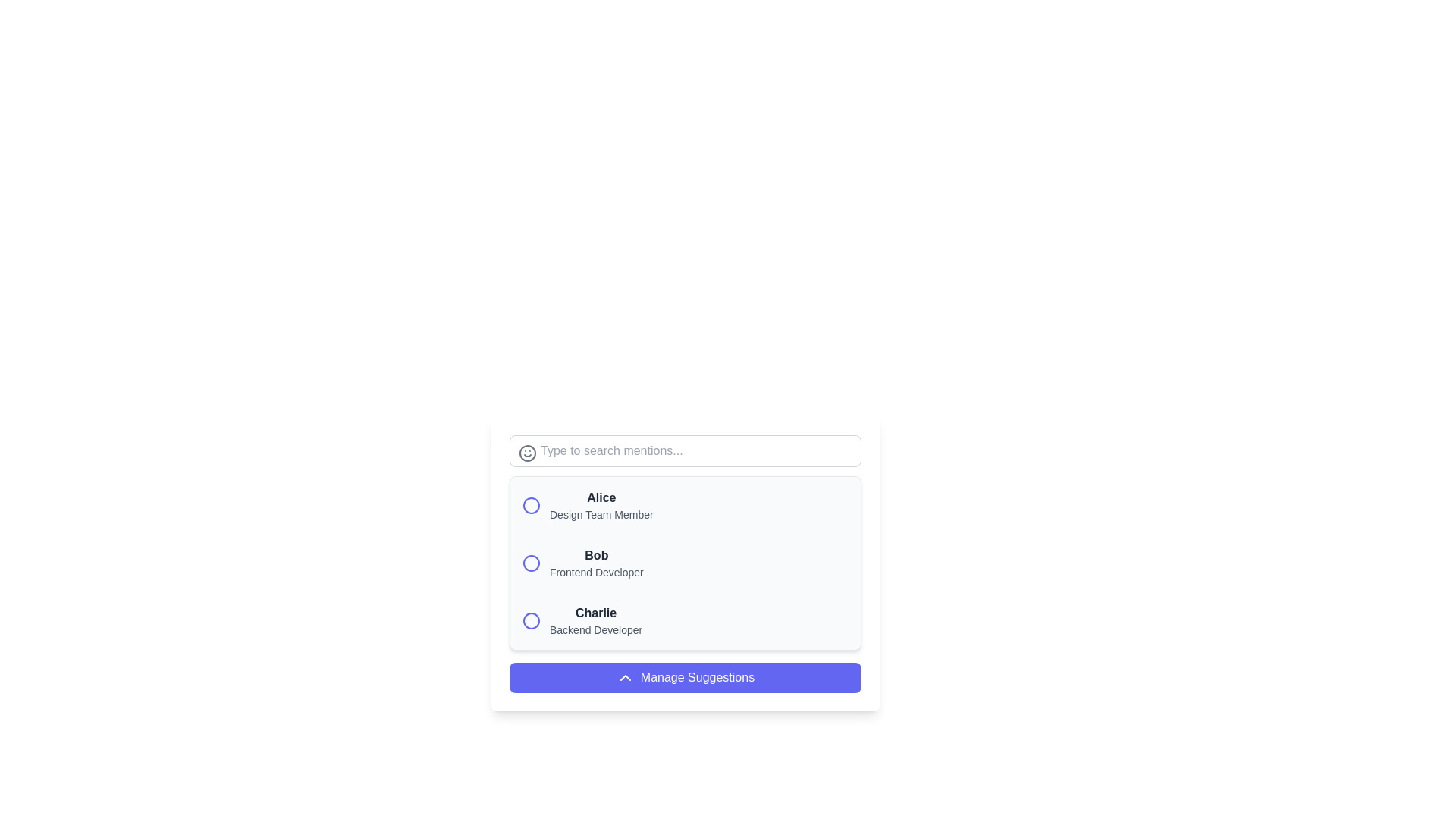  Describe the element at coordinates (684, 563) in the screenshot. I see `the second entry in the dropdown panel, which displays 'Bob (Frontend Developer)' and is styled with rounded borders and a light gray background` at that location.